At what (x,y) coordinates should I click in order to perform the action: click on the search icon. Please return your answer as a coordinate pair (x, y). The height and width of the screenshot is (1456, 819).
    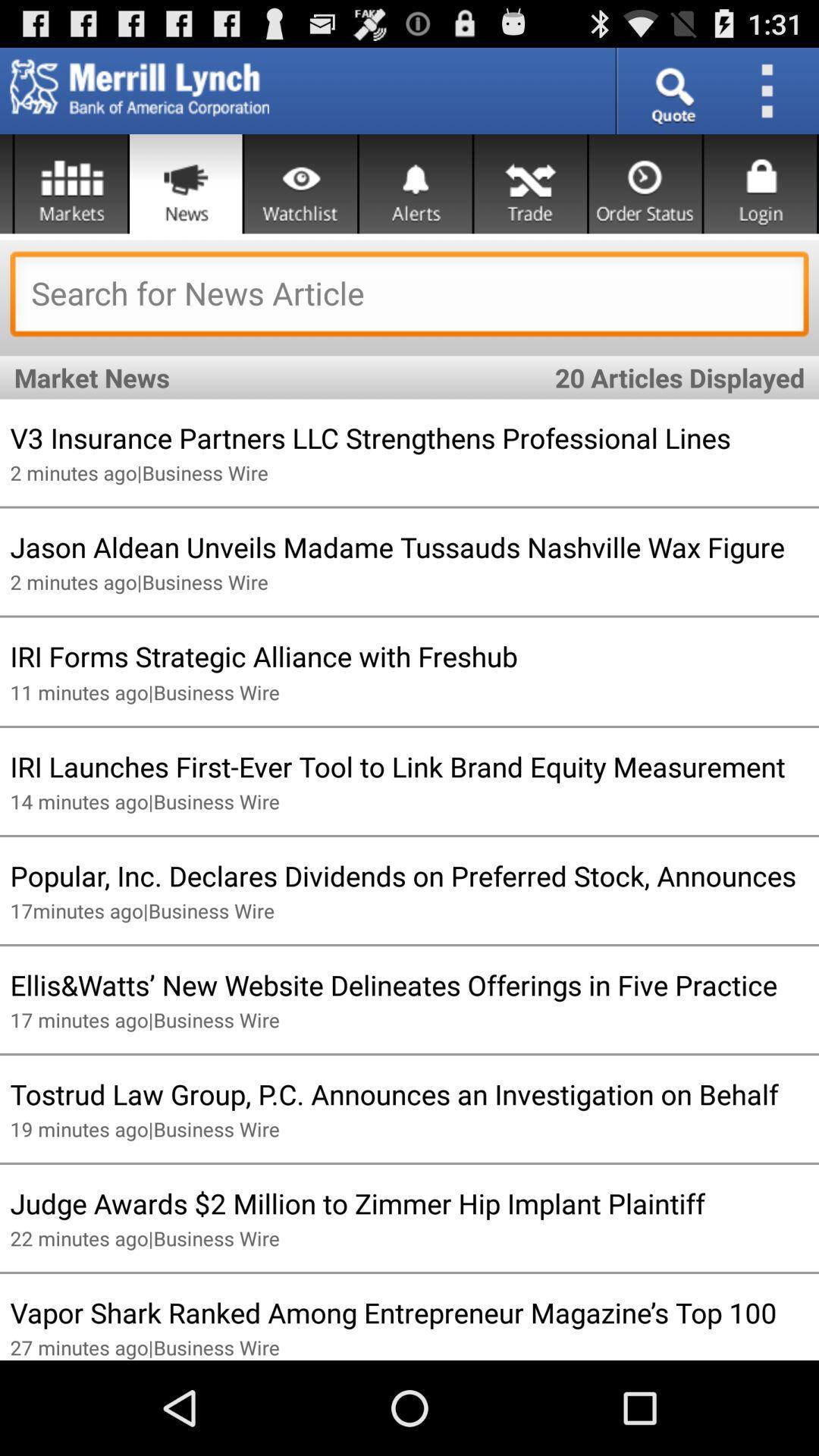
    Looking at the image, I should click on (670, 96).